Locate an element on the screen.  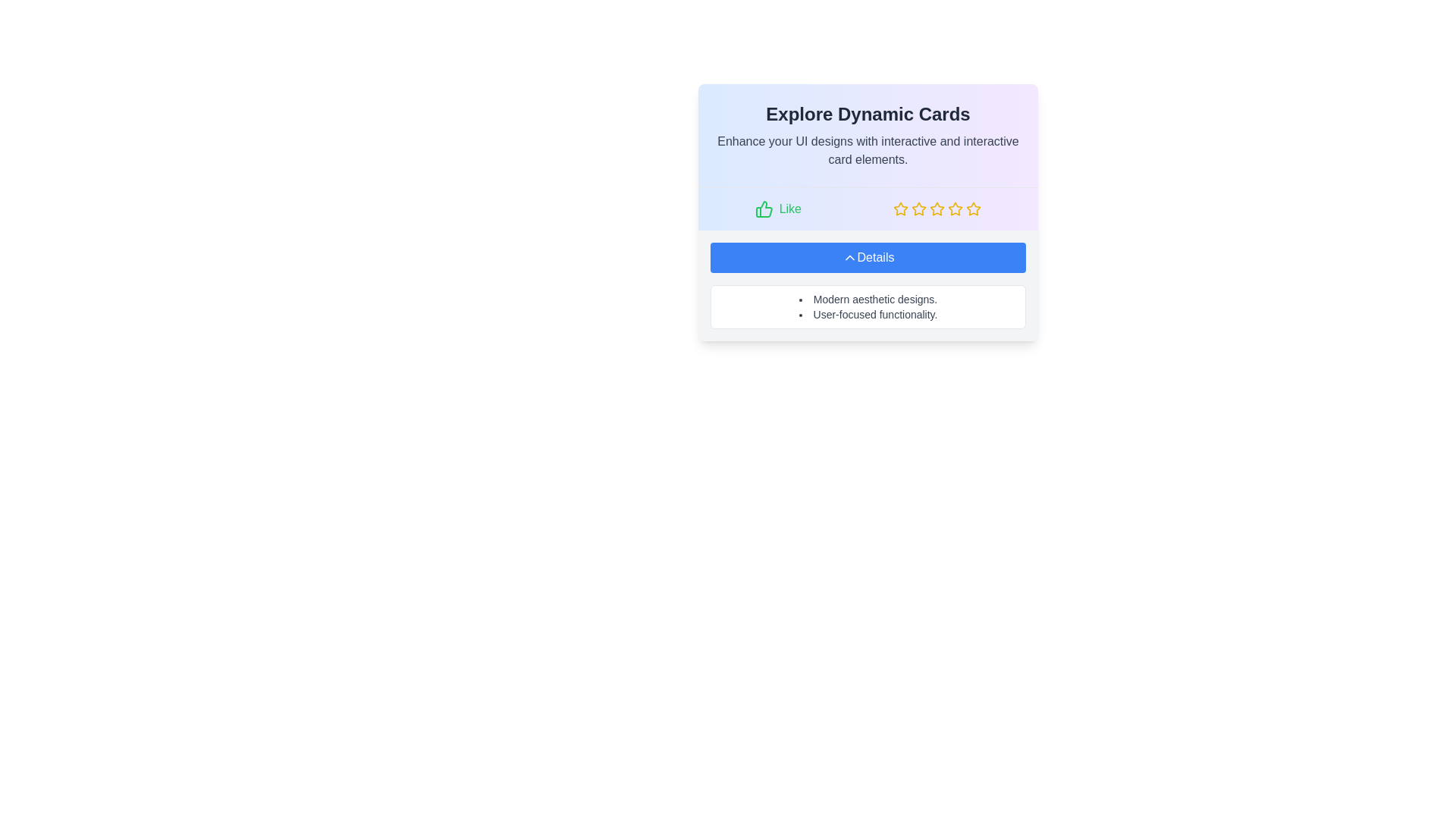
the Text block containing bullet points that lists 'Modern aesthetic designs.' and 'User-focused functionality.' located beneath the 'Details' button is located at coordinates (868, 307).